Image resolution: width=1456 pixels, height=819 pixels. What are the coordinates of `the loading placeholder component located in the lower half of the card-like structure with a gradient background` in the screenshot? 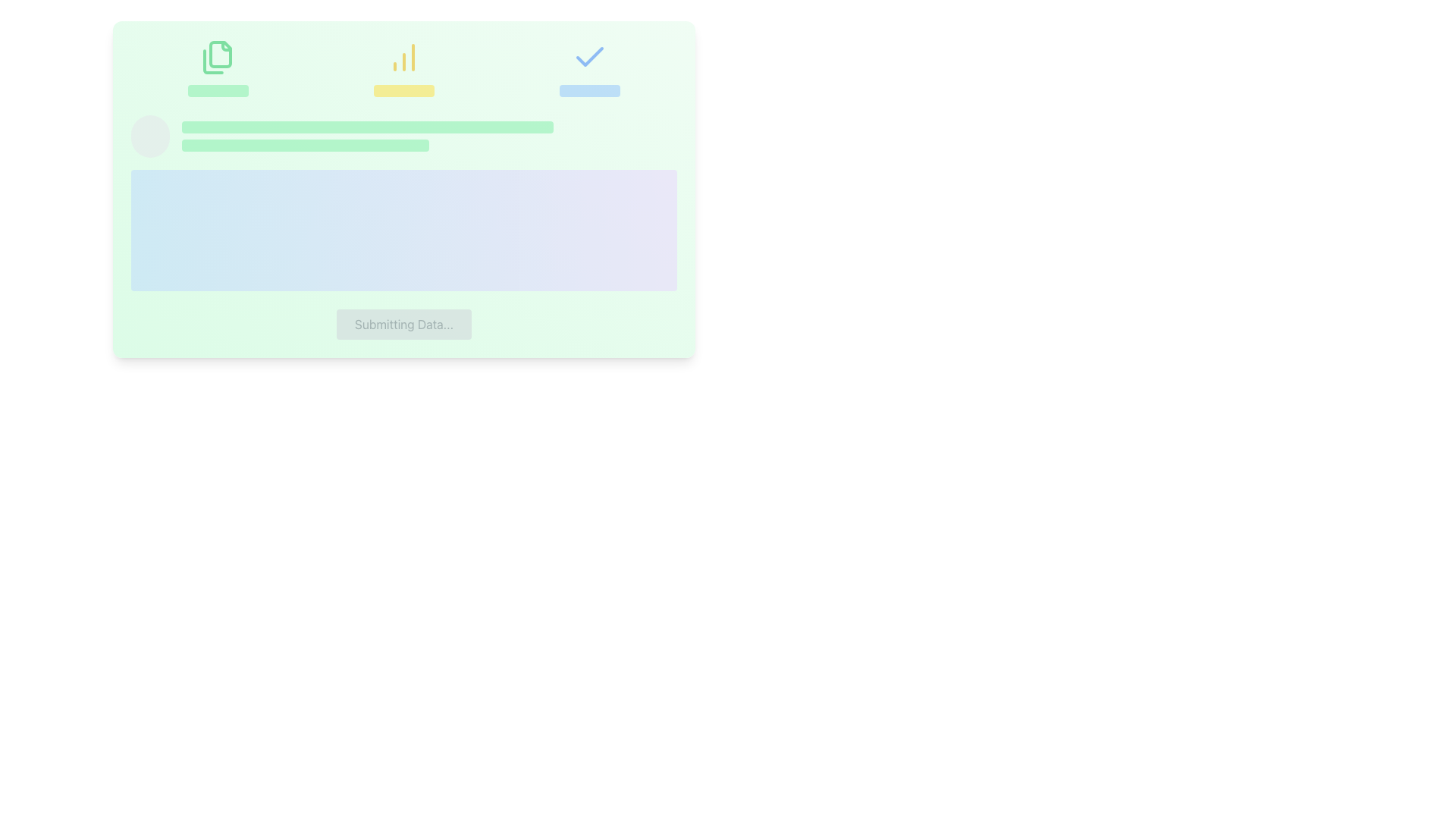 It's located at (403, 202).